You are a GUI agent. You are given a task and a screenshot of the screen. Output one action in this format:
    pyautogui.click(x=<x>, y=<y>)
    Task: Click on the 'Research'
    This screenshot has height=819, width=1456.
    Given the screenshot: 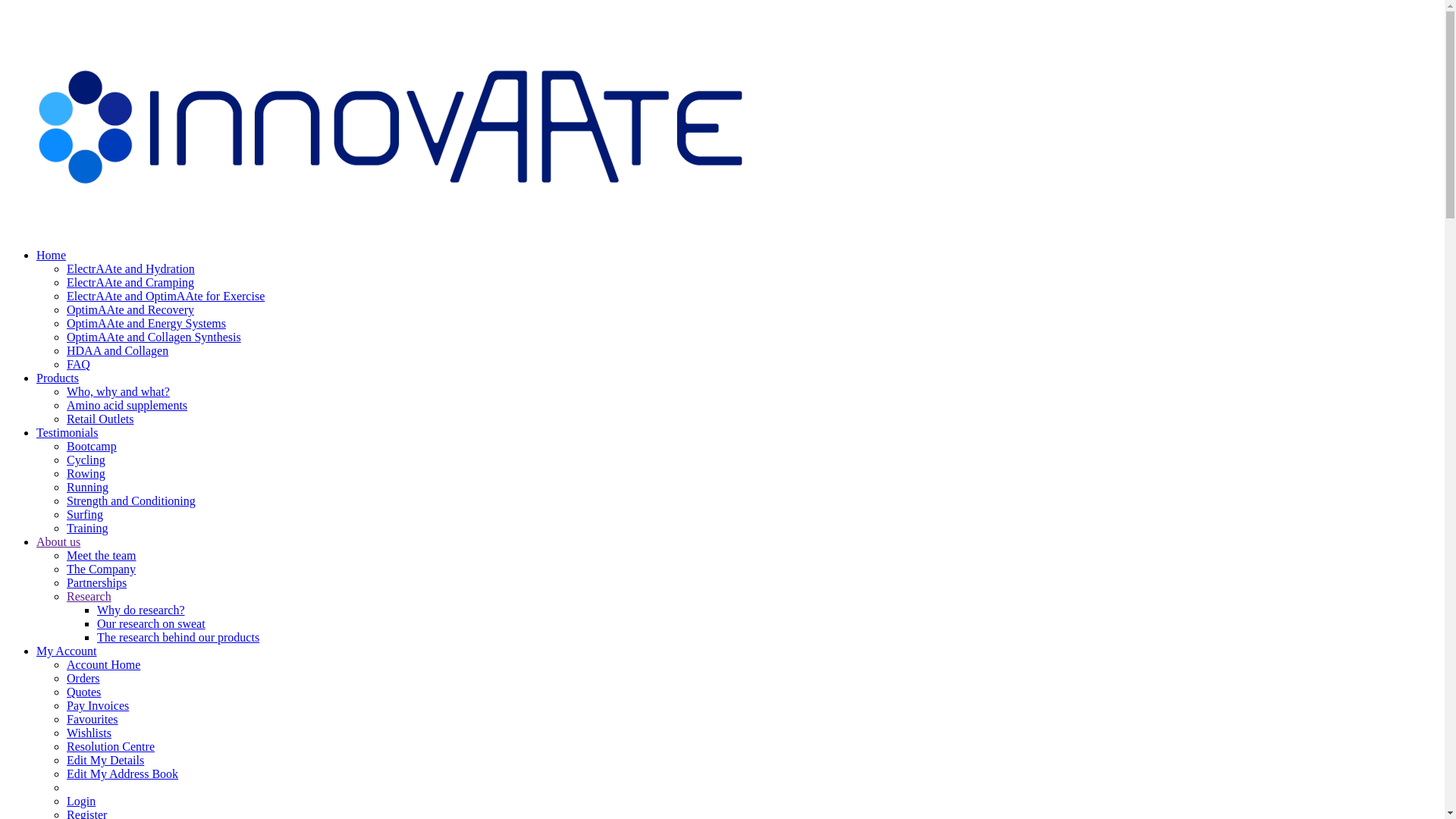 What is the action you would take?
    pyautogui.click(x=65, y=595)
    